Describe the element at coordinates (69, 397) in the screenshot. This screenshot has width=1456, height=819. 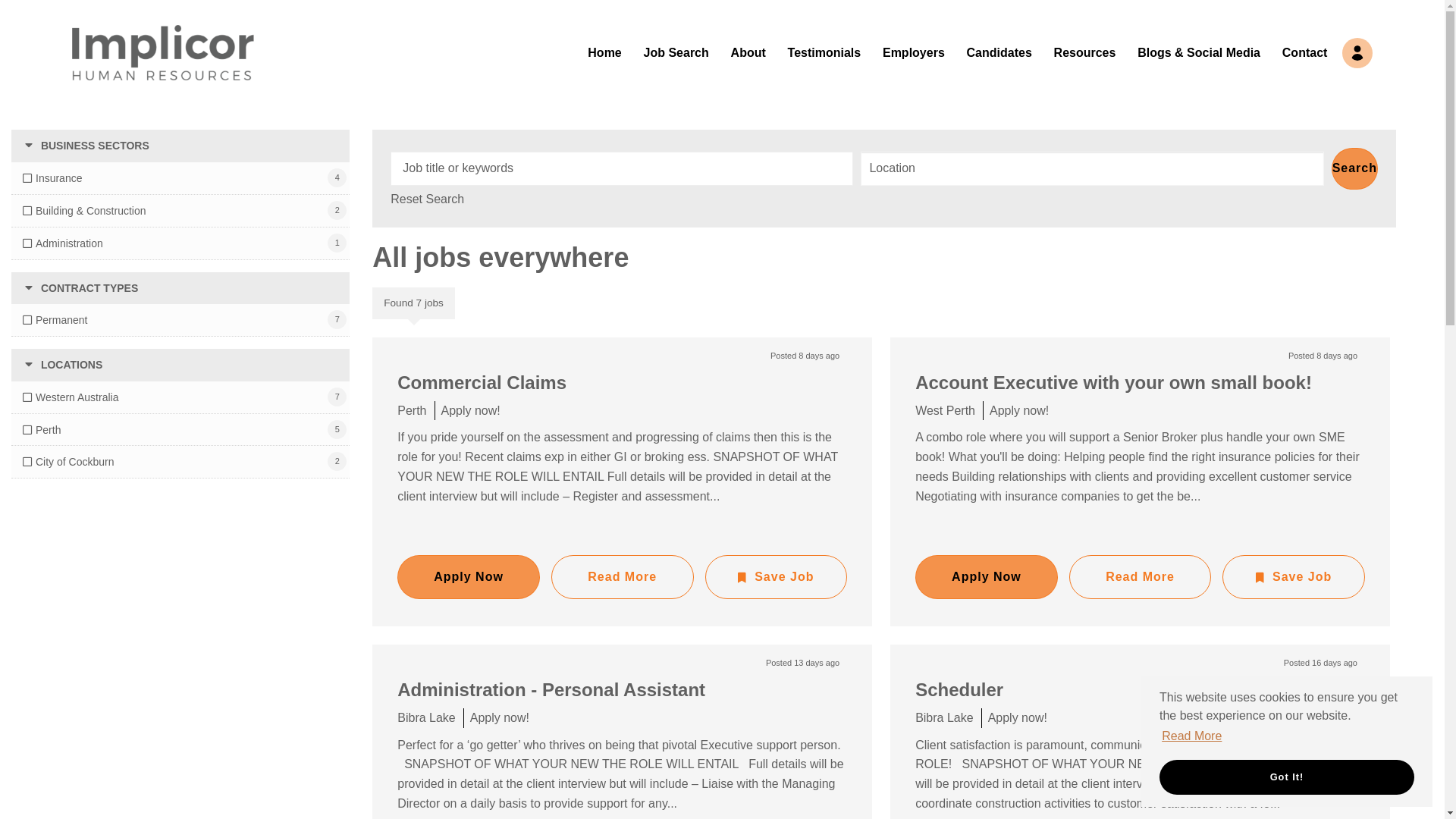
I see `'Western Australia` at that location.